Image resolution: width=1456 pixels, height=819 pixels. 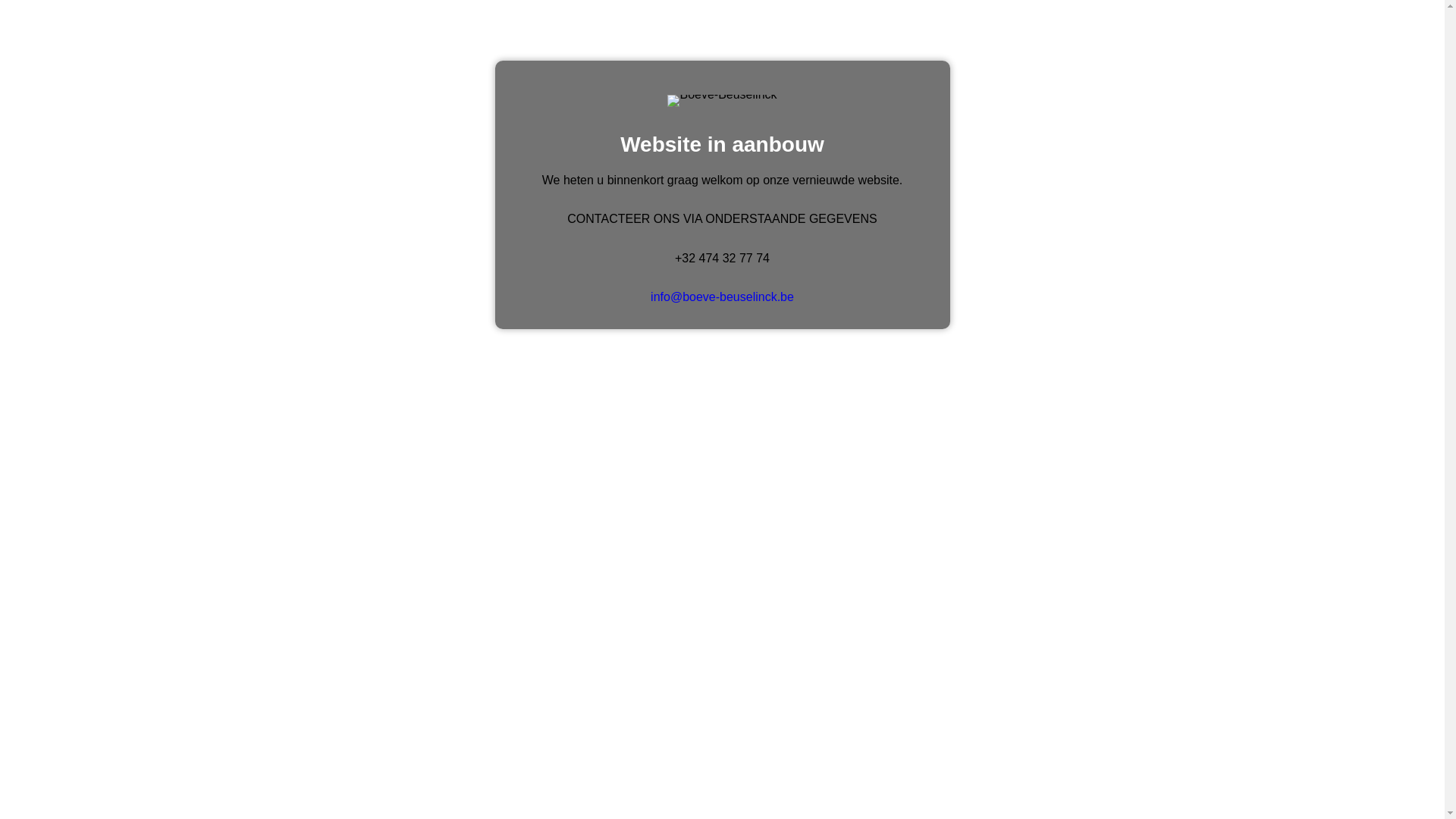 I want to click on 'Boeve-Beuselinck', so click(x=720, y=100).